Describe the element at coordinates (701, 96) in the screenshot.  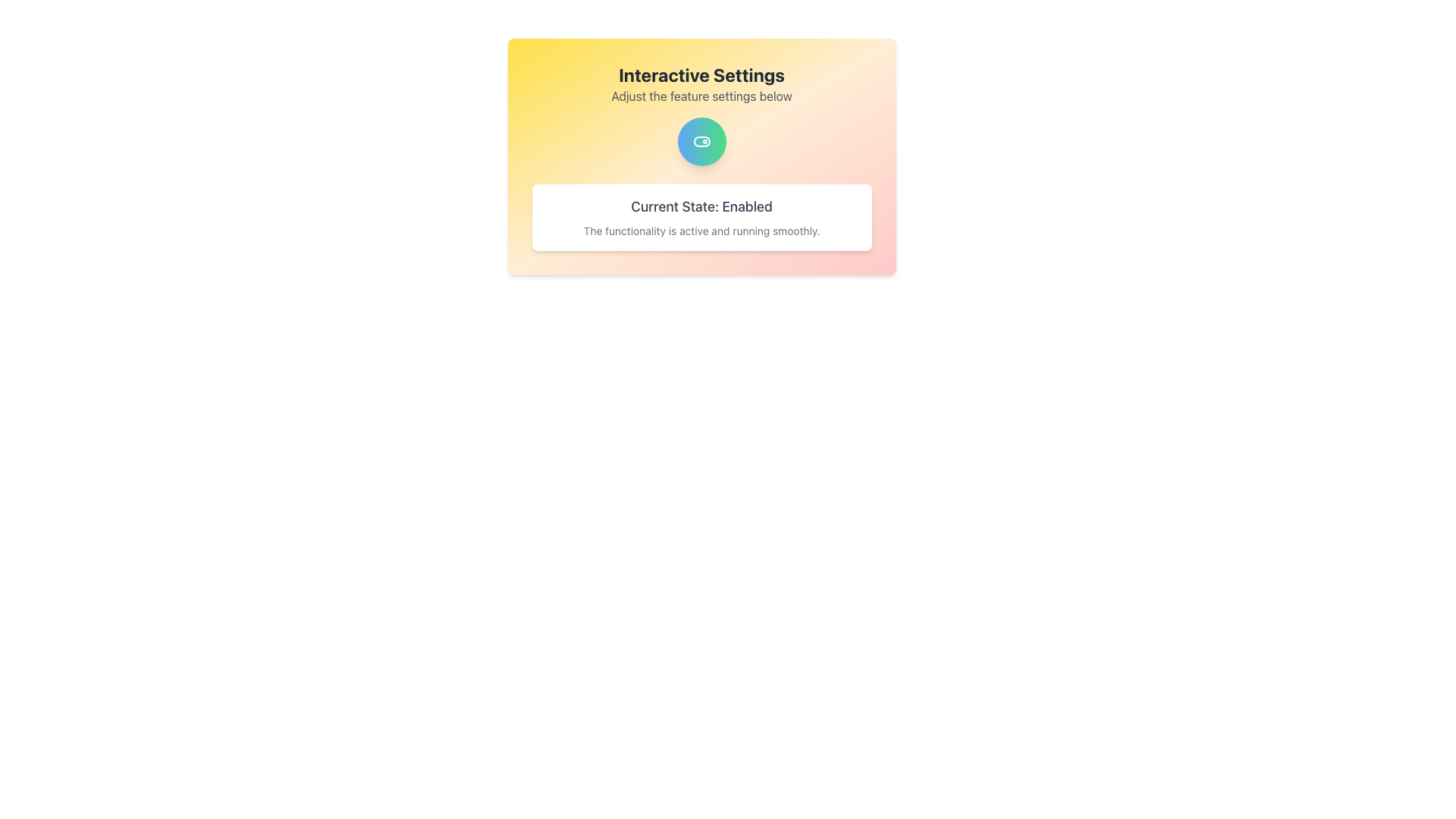
I see `the descriptive text label located below the title 'Interactive Settings' to guide users in adjusting feature settings` at that location.